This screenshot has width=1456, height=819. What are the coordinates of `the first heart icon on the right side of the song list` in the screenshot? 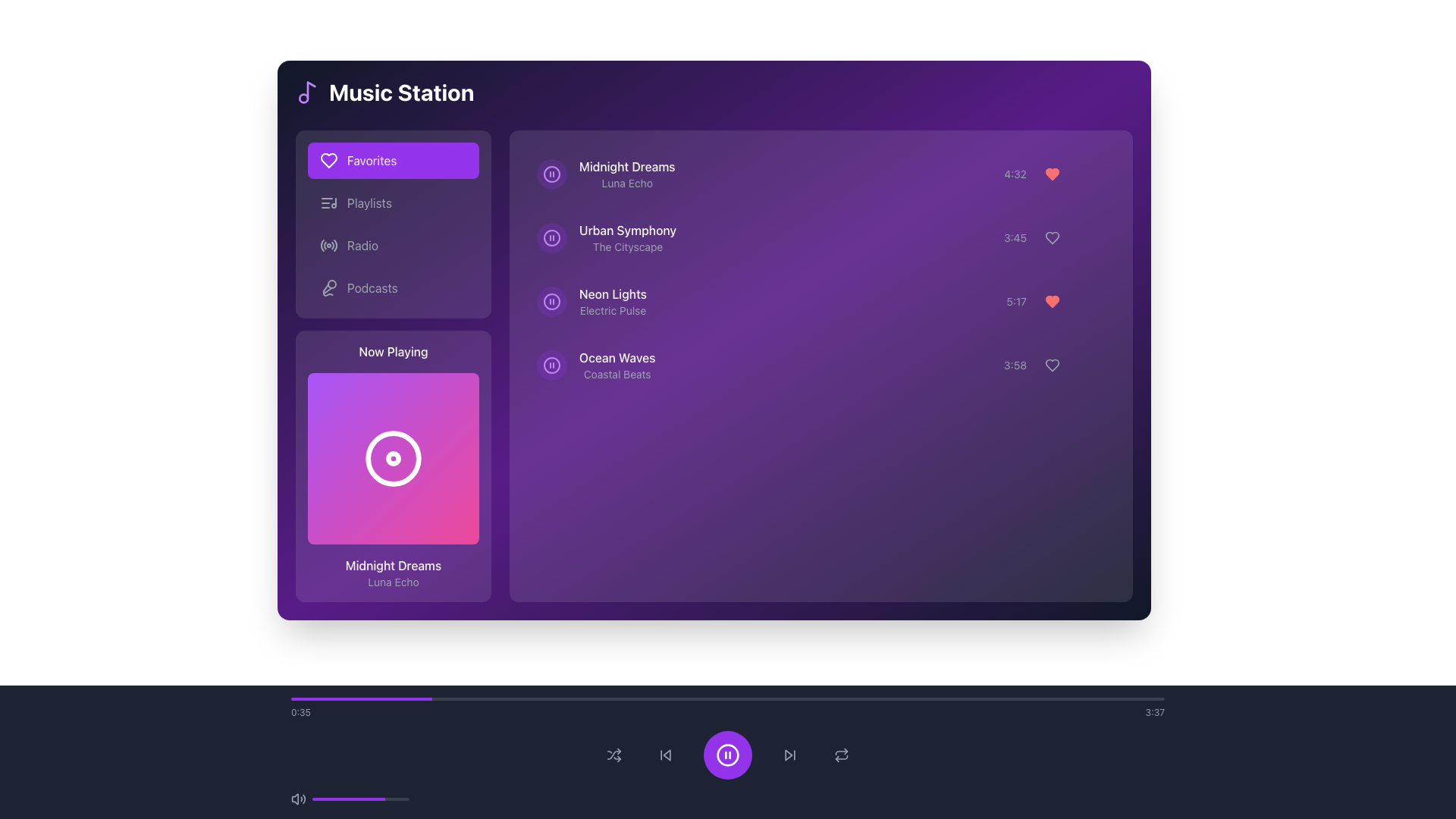 It's located at (1051, 174).